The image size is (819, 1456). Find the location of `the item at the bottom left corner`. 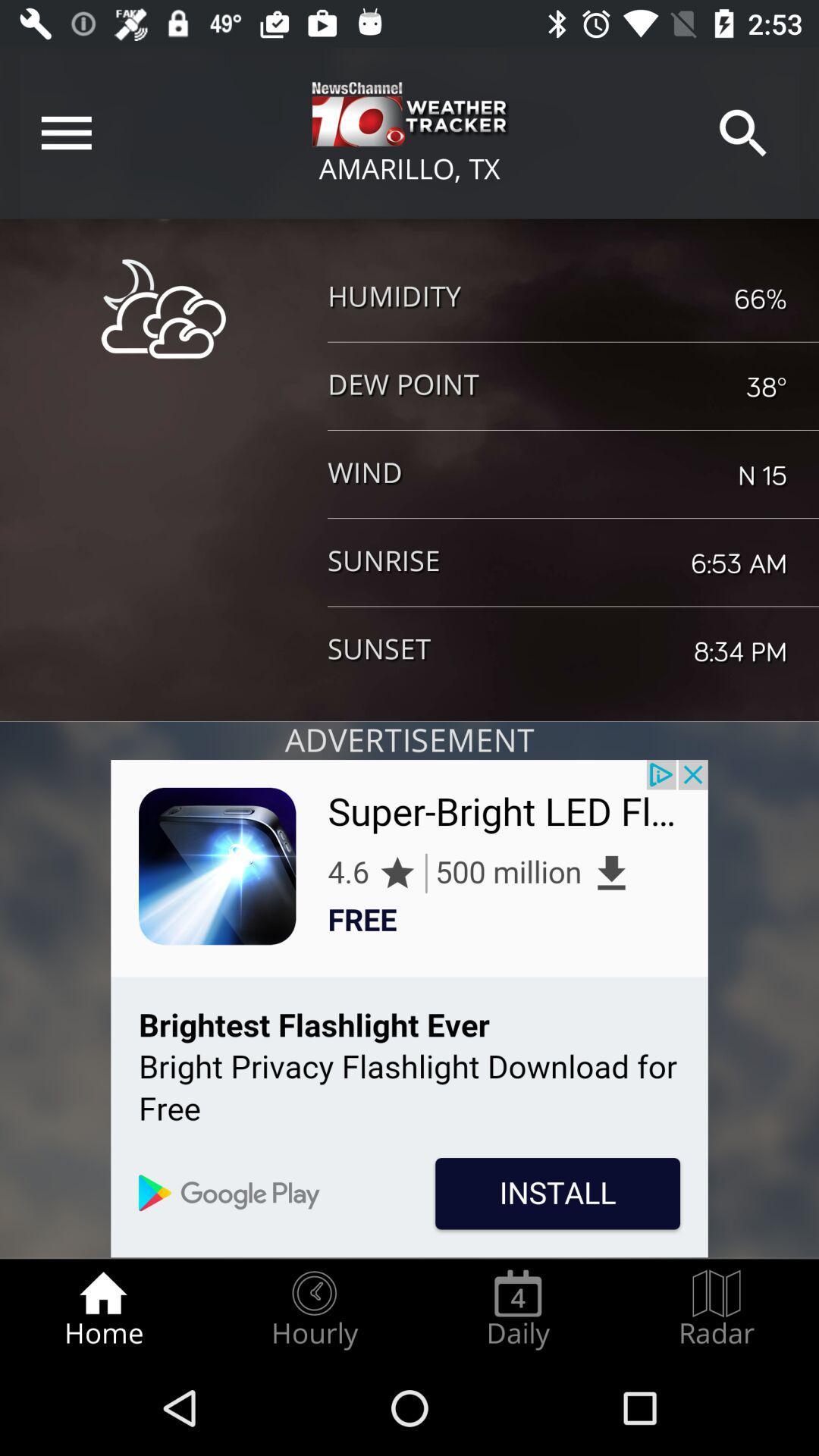

the item at the bottom left corner is located at coordinates (102, 1309).